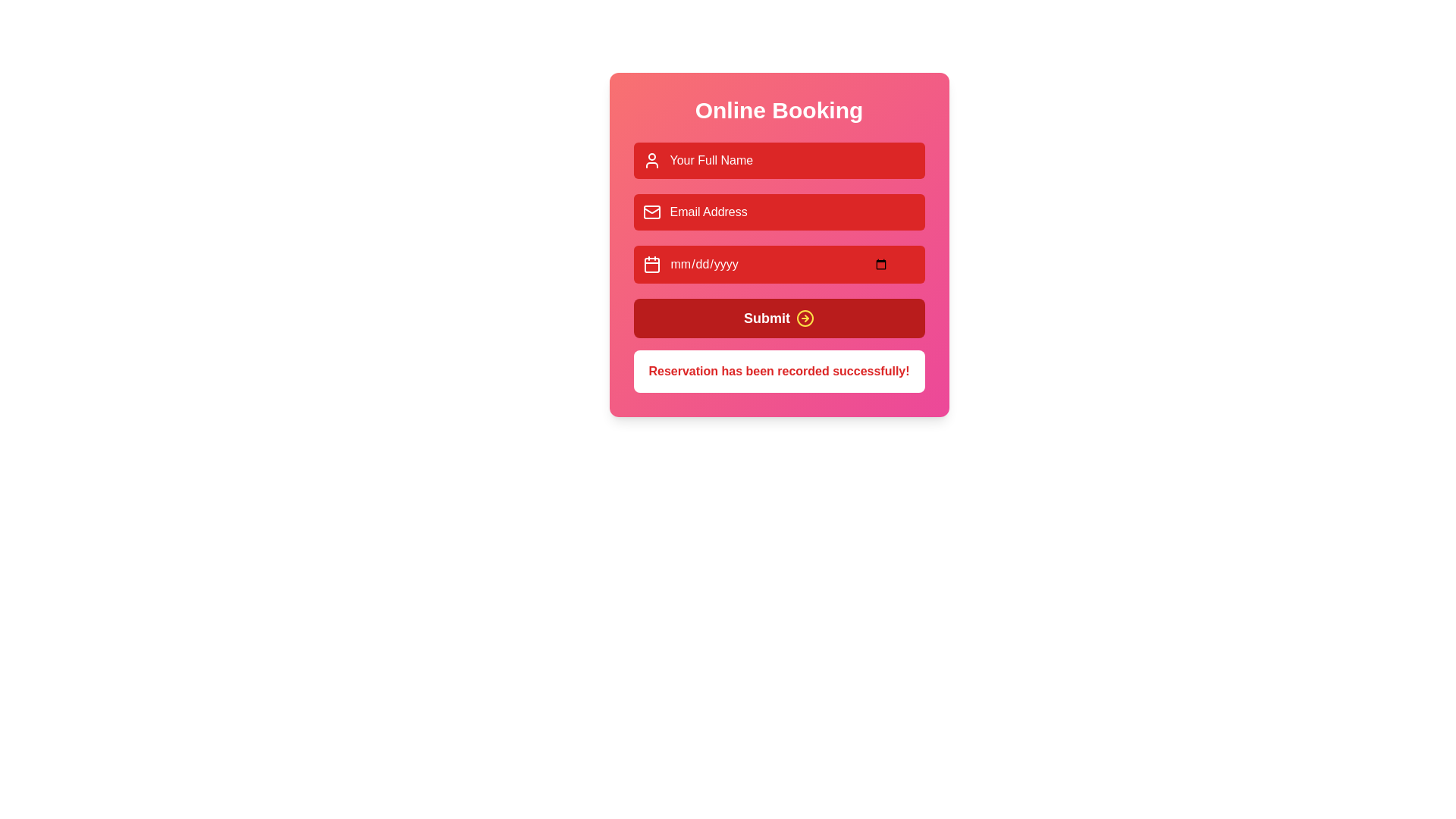 The image size is (1456, 819). What do you see at coordinates (651, 161) in the screenshot?
I see `the SVG icon indicating the purpose of the adjacent text input field for the user's full name, located to the left of the red input box labeled 'Your Full Name.'` at bounding box center [651, 161].